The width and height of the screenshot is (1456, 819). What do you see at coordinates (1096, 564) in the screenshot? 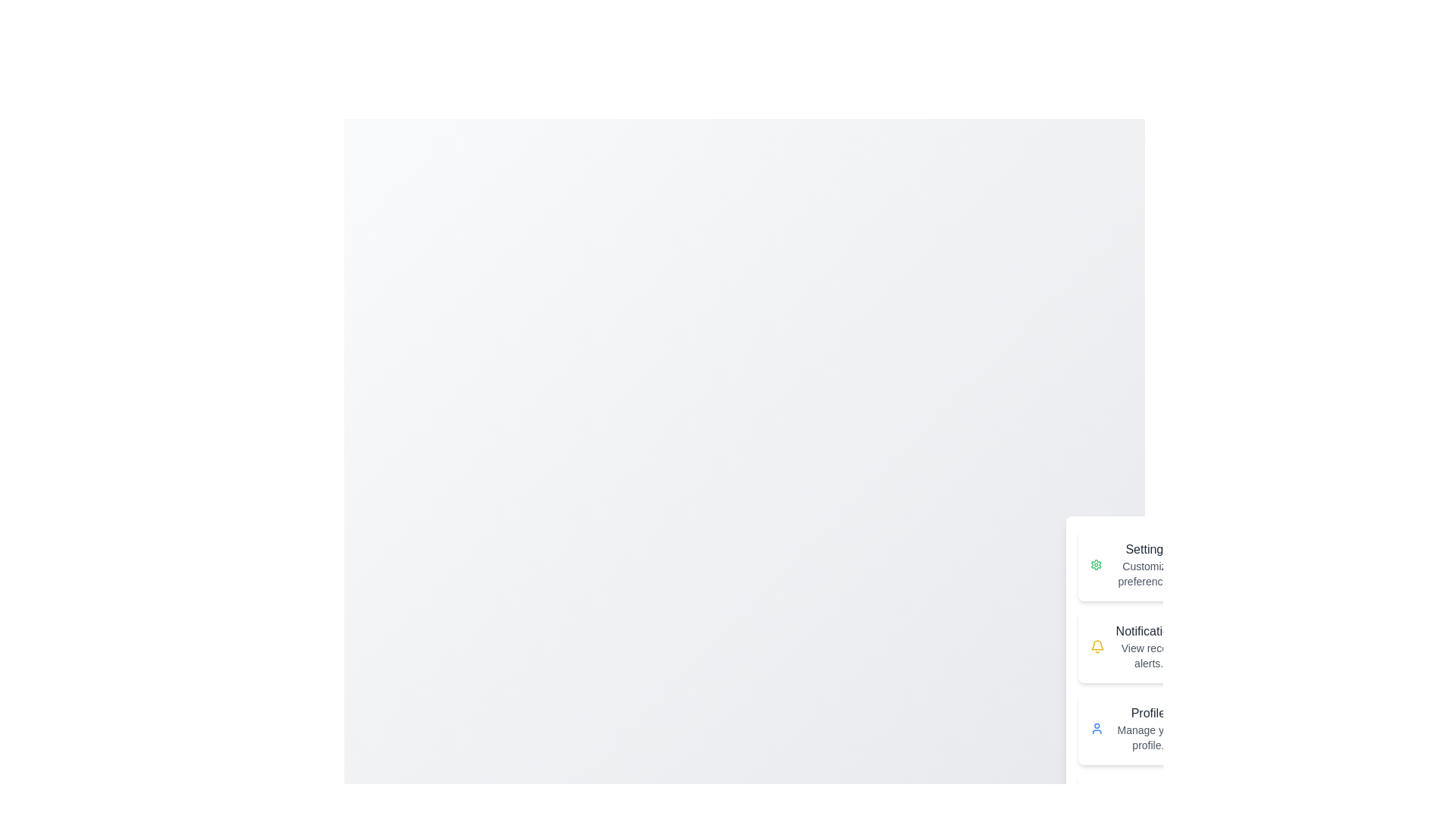
I see `the Settings icon in the speed dial menu` at bounding box center [1096, 564].